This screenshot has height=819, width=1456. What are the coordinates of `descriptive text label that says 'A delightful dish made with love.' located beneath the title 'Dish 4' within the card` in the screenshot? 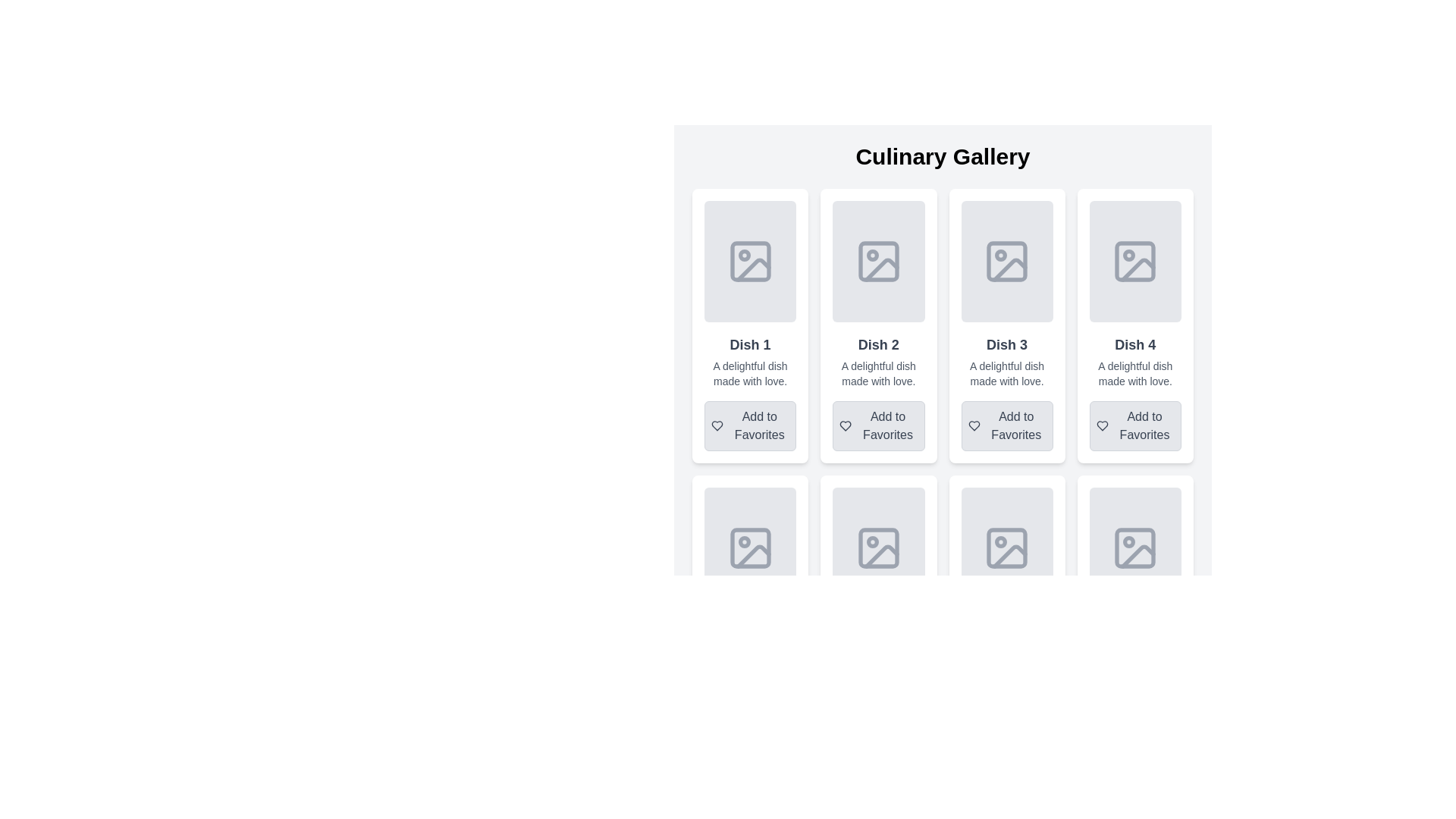 It's located at (1135, 374).